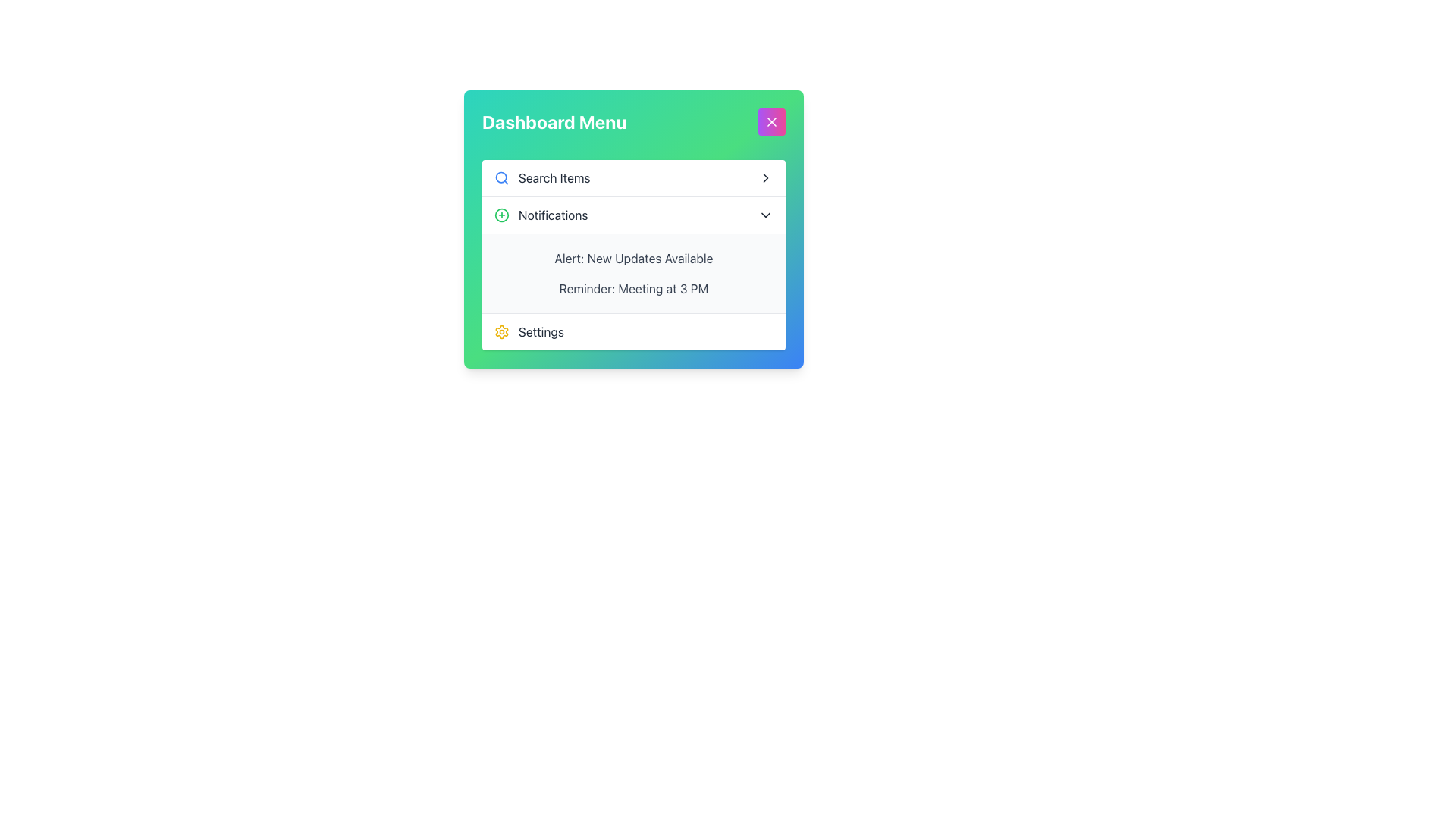  What do you see at coordinates (501, 177) in the screenshot?
I see `the circular shape in the center of the search icon located in the header of the dashboard menu` at bounding box center [501, 177].